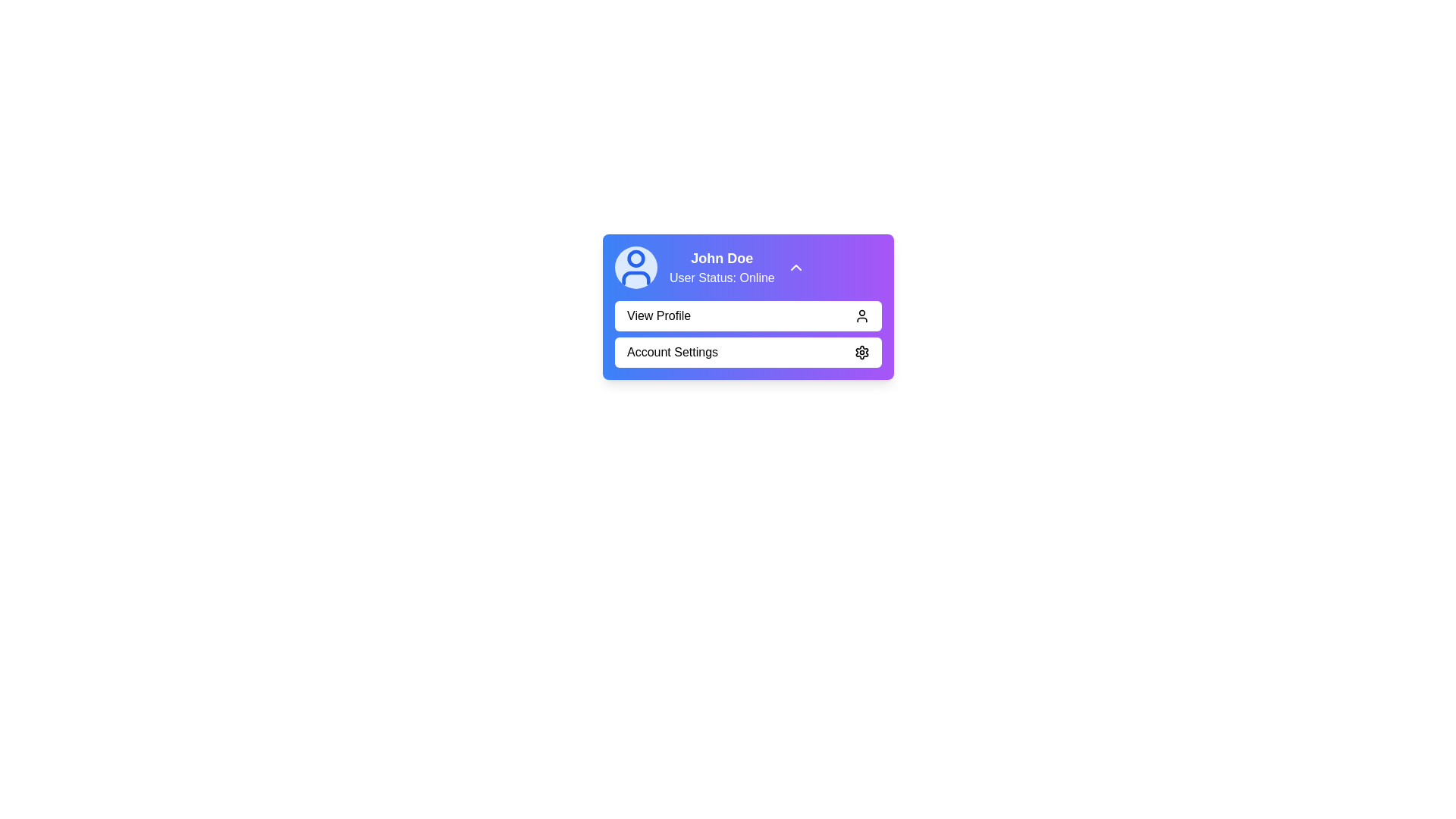 The height and width of the screenshot is (819, 1456). I want to click on the 'View Profile' button label text which is displayed in bold sans-serif font inside a slightly raised white button, located below the user's name and status text, so click(659, 315).